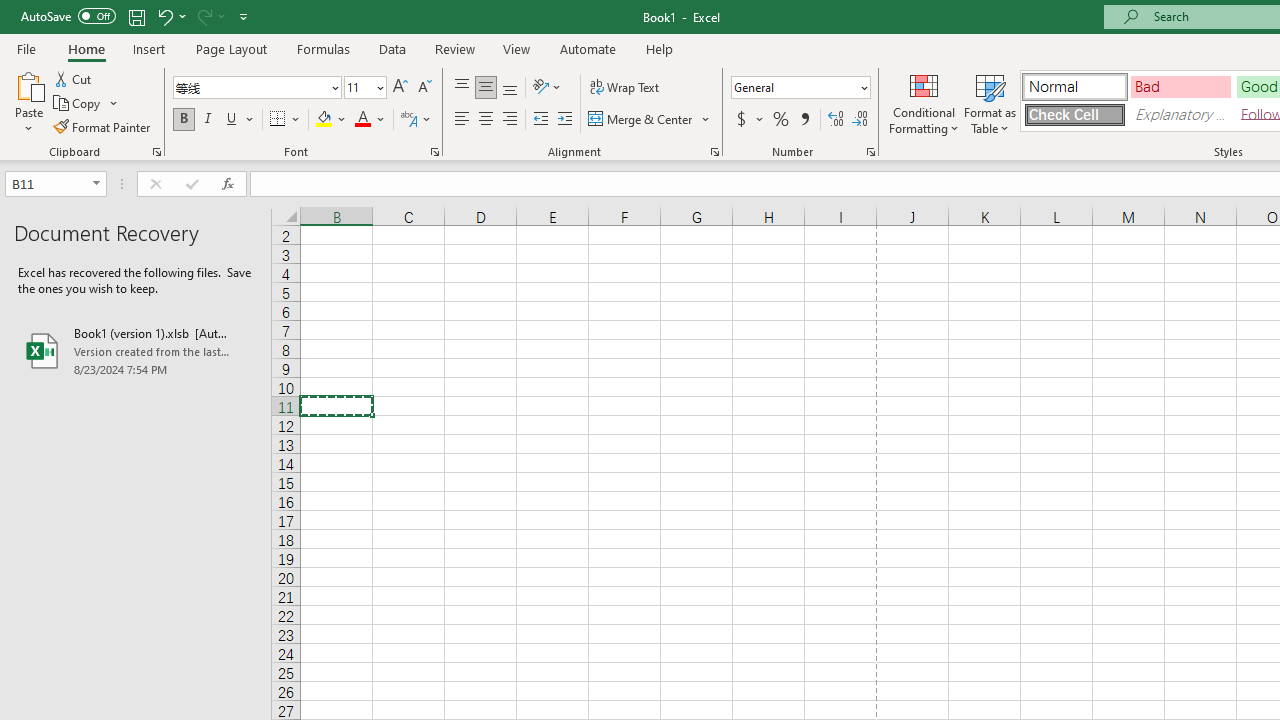 This screenshot has width=1280, height=720. I want to click on 'Format Cell Font', so click(434, 150).